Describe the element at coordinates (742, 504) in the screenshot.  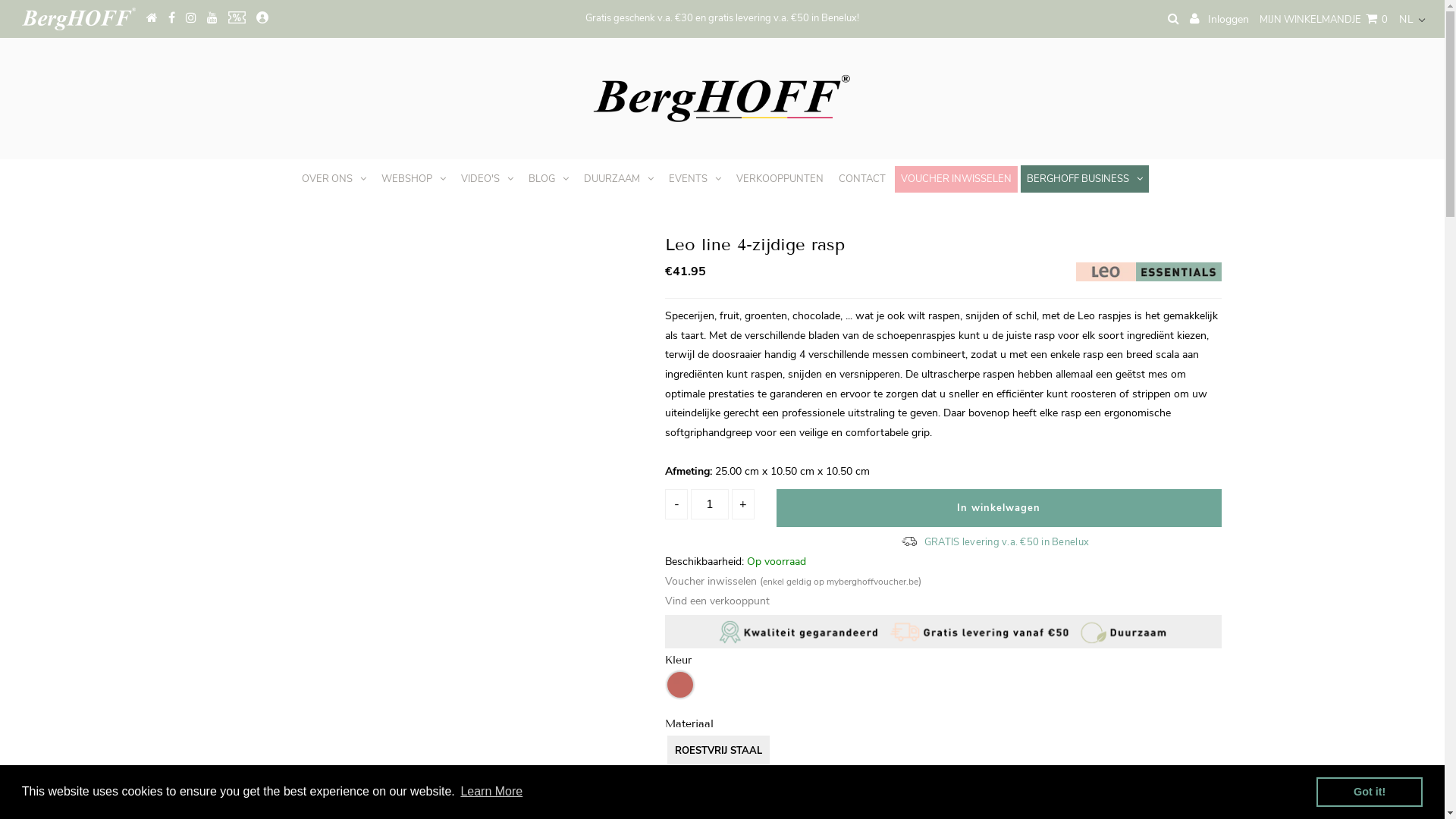
I see `'+'` at that location.